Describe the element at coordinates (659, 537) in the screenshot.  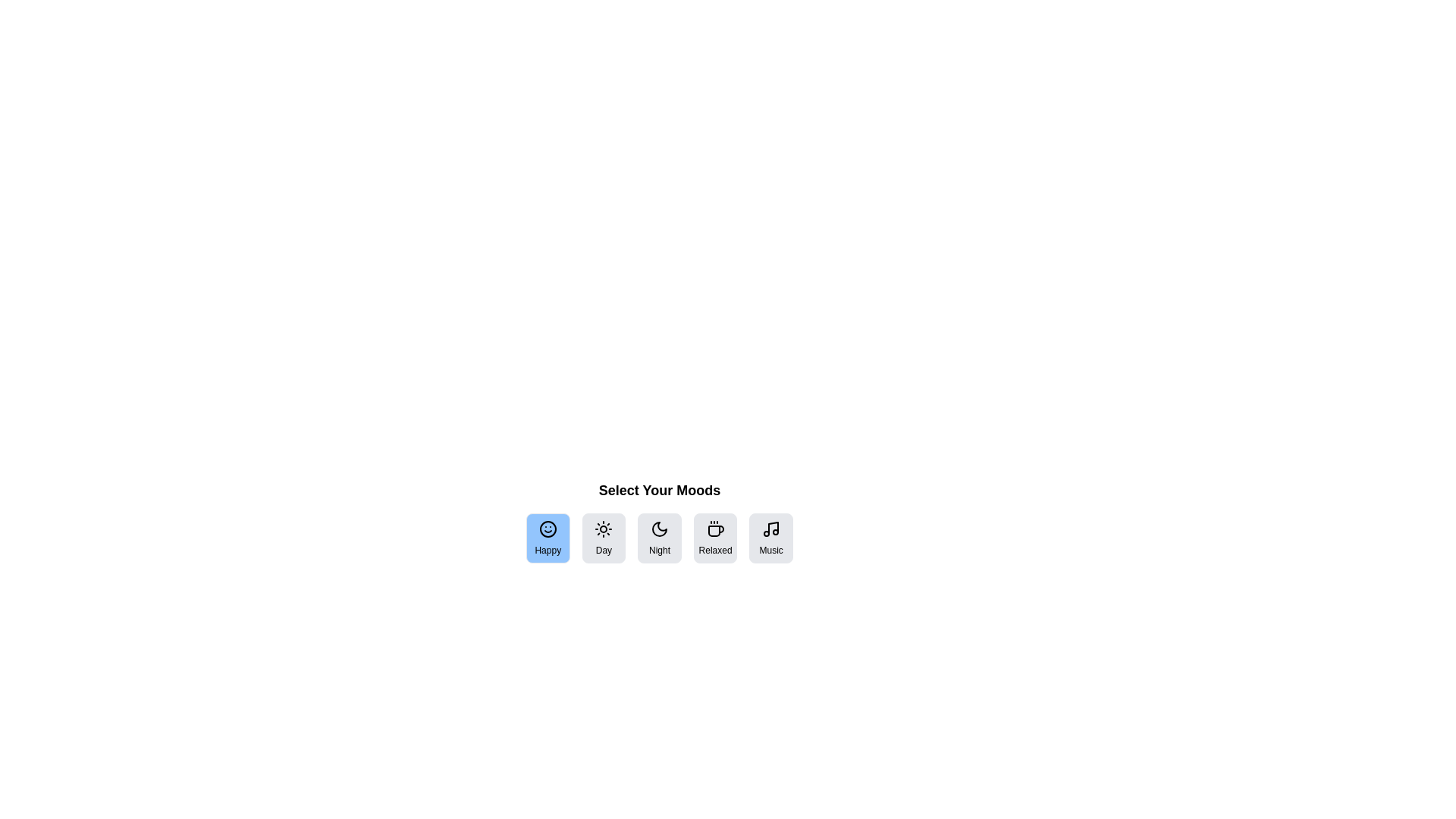
I see `the 'Night' mood button which is the third button in a row of five, located under the header 'Select Your Moods'` at that location.